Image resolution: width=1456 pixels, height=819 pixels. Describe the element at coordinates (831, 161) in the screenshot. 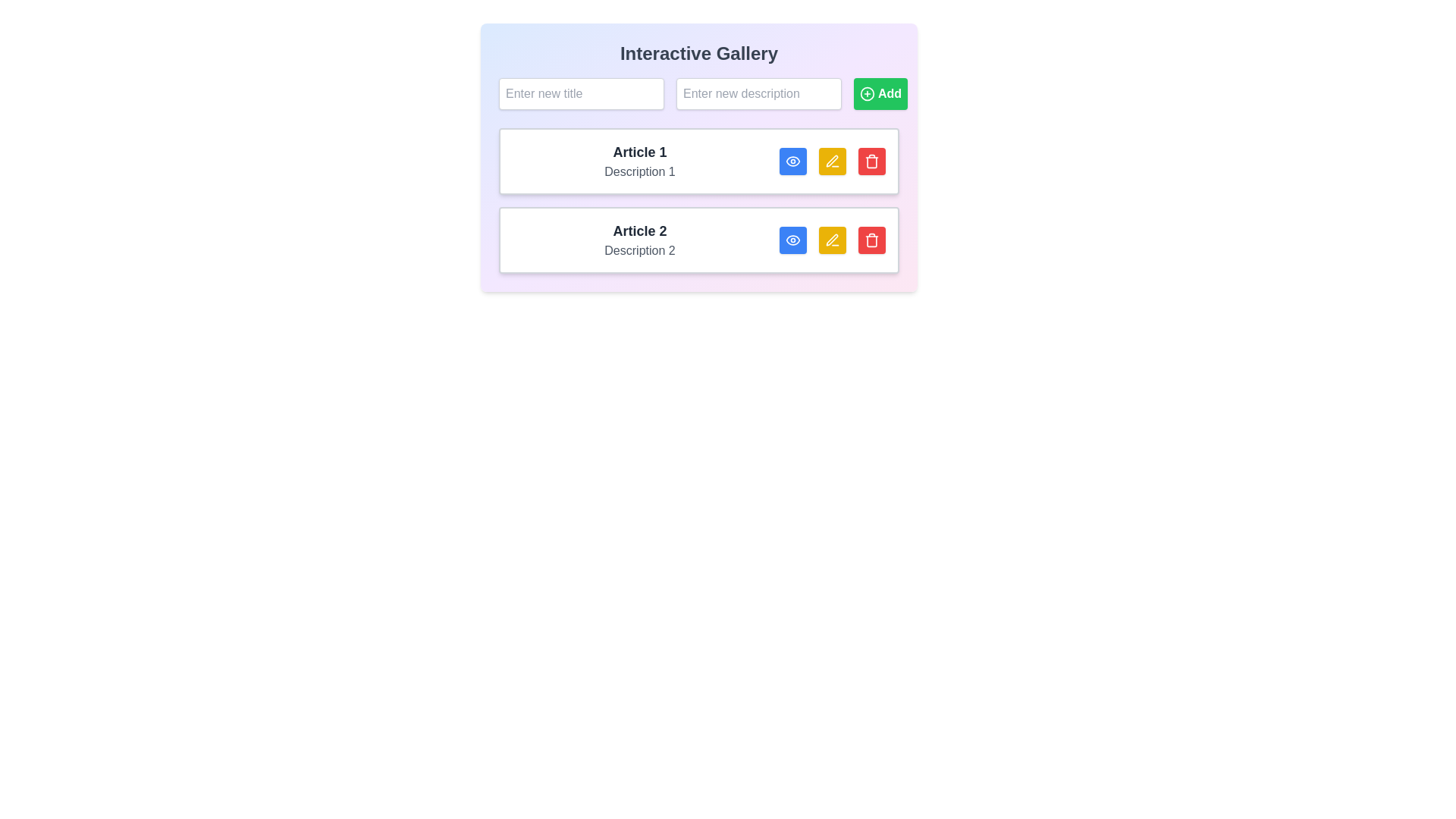

I see `the stylized yellow pen icon located within the yellow button adjacent to the text 'Article 1' in the first row of the article list` at that location.